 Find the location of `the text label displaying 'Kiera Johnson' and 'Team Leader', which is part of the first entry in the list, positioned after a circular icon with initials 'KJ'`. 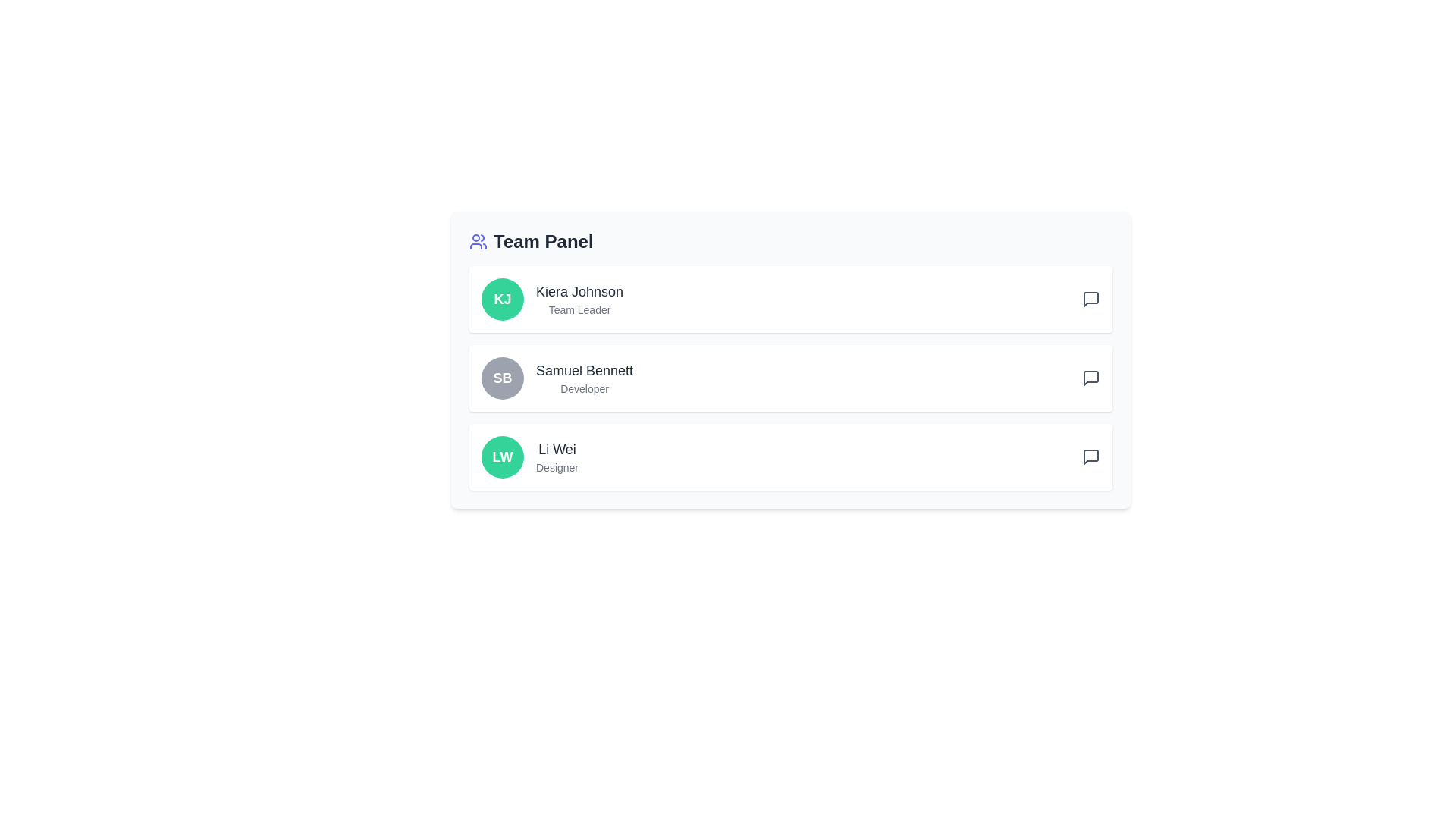

the text label displaying 'Kiera Johnson' and 'Team Leader', which is part of the first entry in the list, positioned after a circular icon with initials 'KJ' is located at coordinates (579, 299).